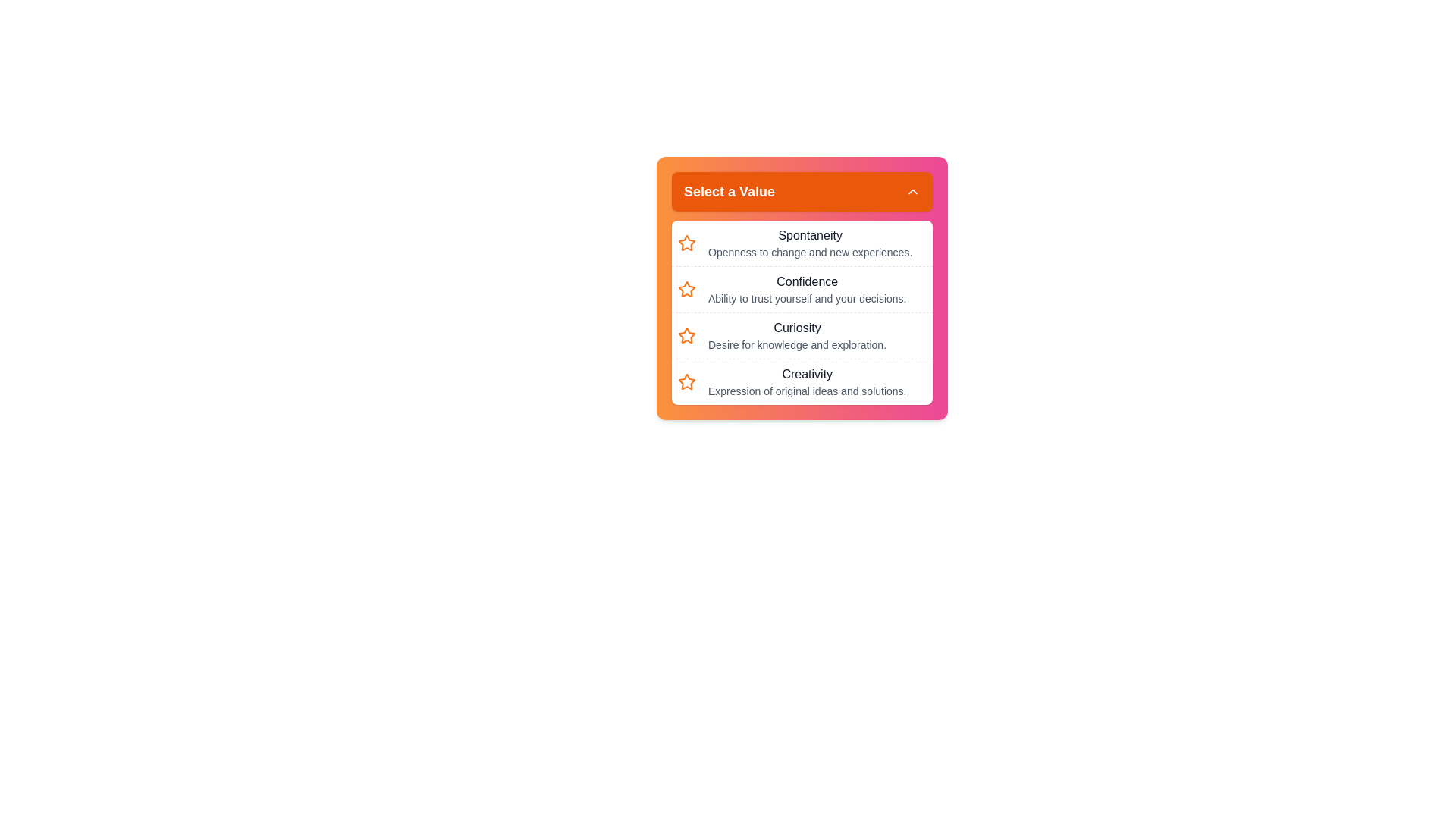 This screenshot has width=1456, height=819. What do you see at coordinates (806, 374) in the screenshot?
I see `text label displaying 'Creativity' in bold and dark gray color, which is the fourth item in the dropdown selection panel under 'Select a Value'` at bounding box center [806, 374].